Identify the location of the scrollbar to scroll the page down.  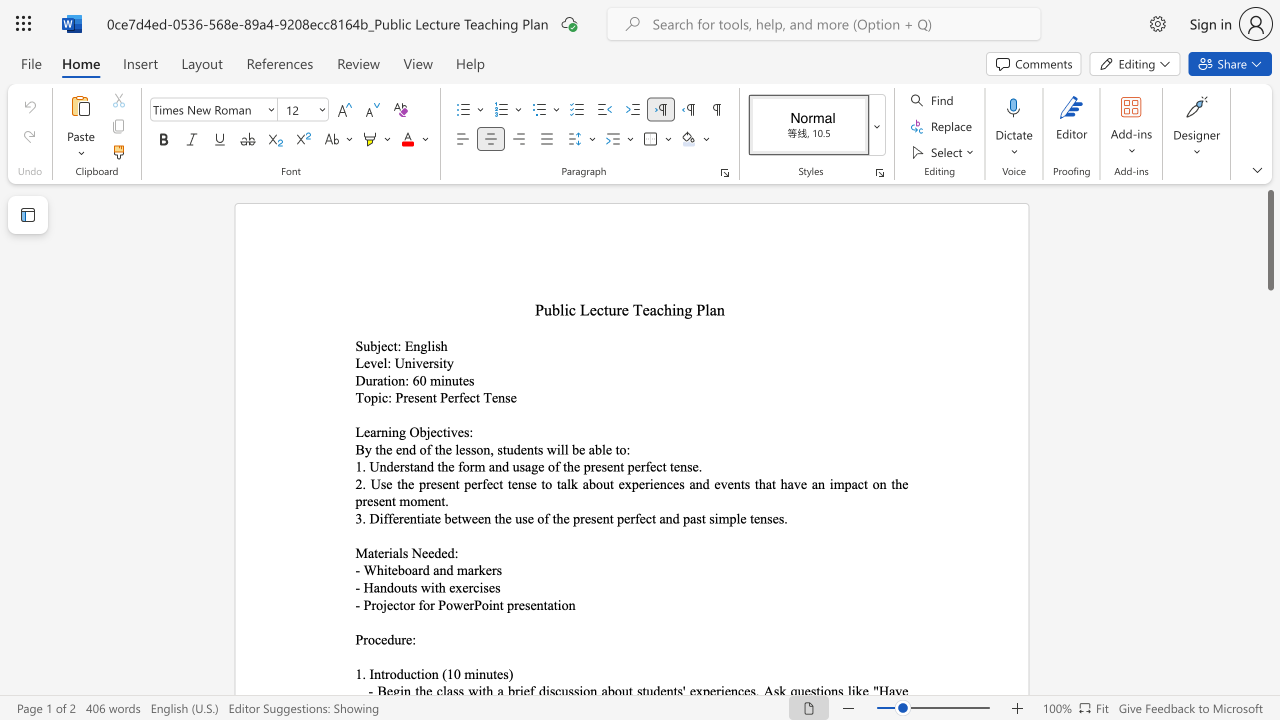
(1269, 630).